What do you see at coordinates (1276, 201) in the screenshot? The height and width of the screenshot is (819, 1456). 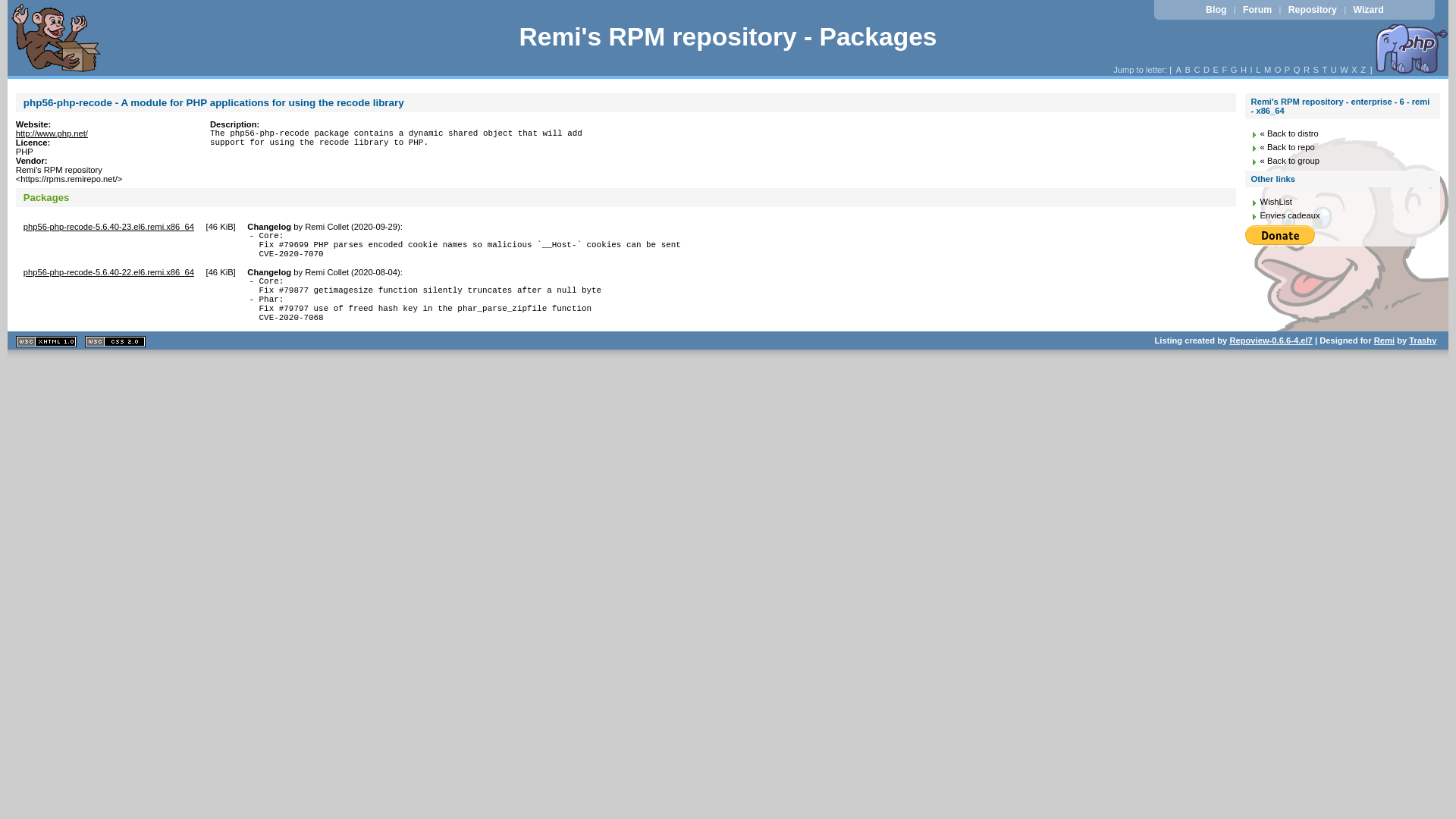 I see `'WishList'` at bounding box center [1276, 201].